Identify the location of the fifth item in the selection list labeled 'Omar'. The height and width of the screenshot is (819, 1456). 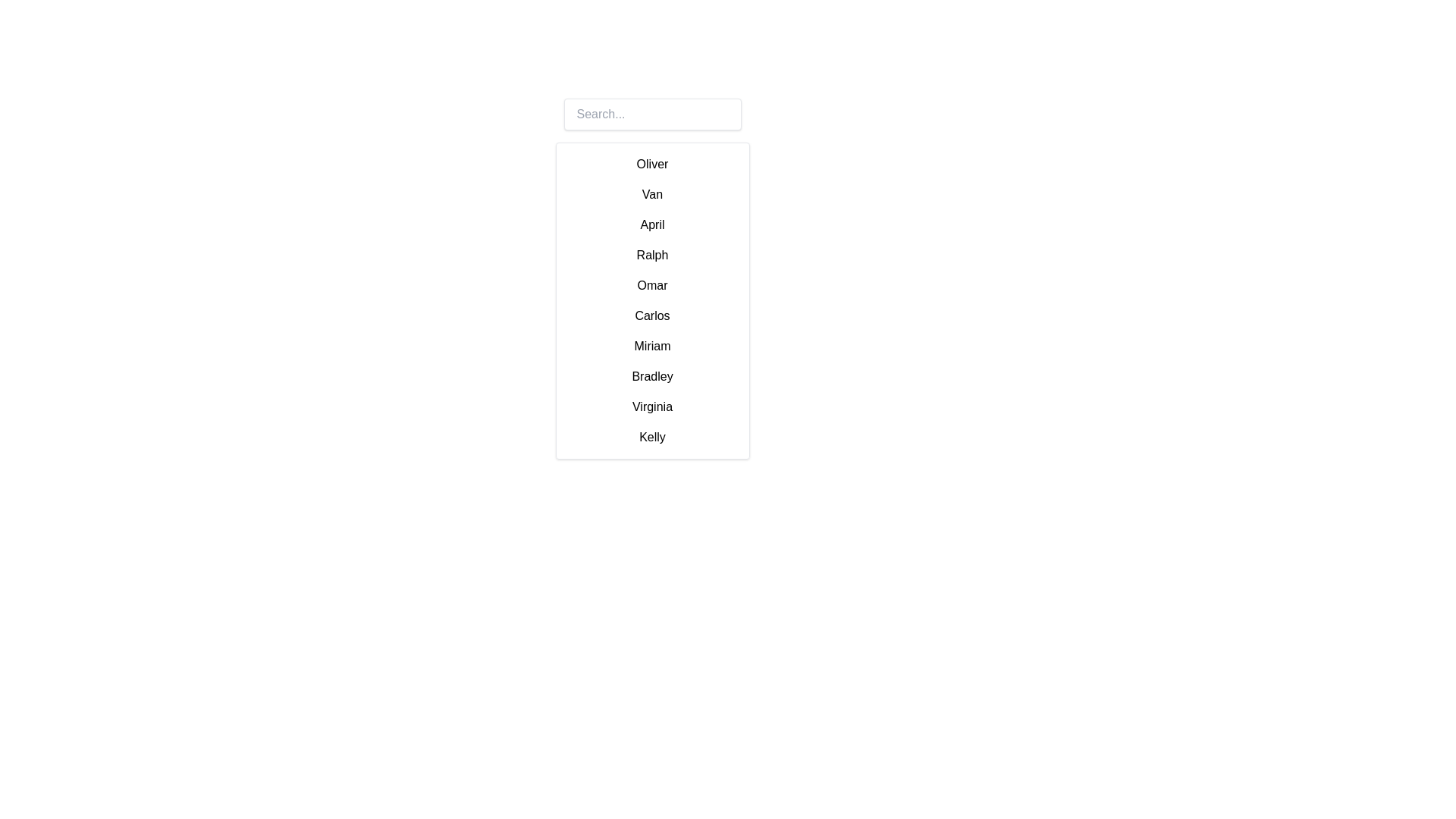
(652, 286).